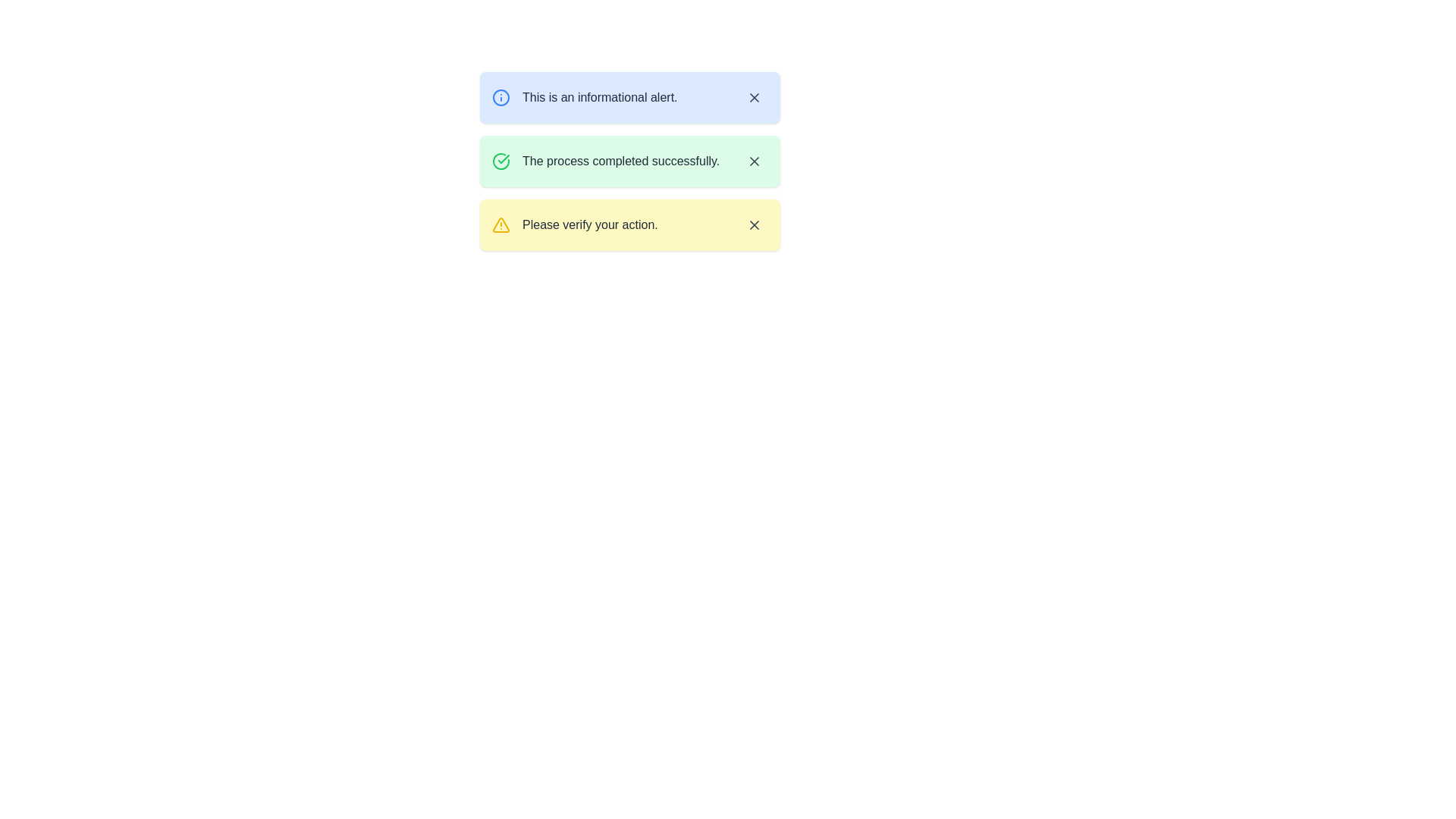 The width and height of the screenshot is (1456, 819). What do you see at coordinates (754, 161) in the screenshot?
I see `the dismiss icon located in the green notification box stating 'The process completed successfully.'` at bounding box center [754, 161].